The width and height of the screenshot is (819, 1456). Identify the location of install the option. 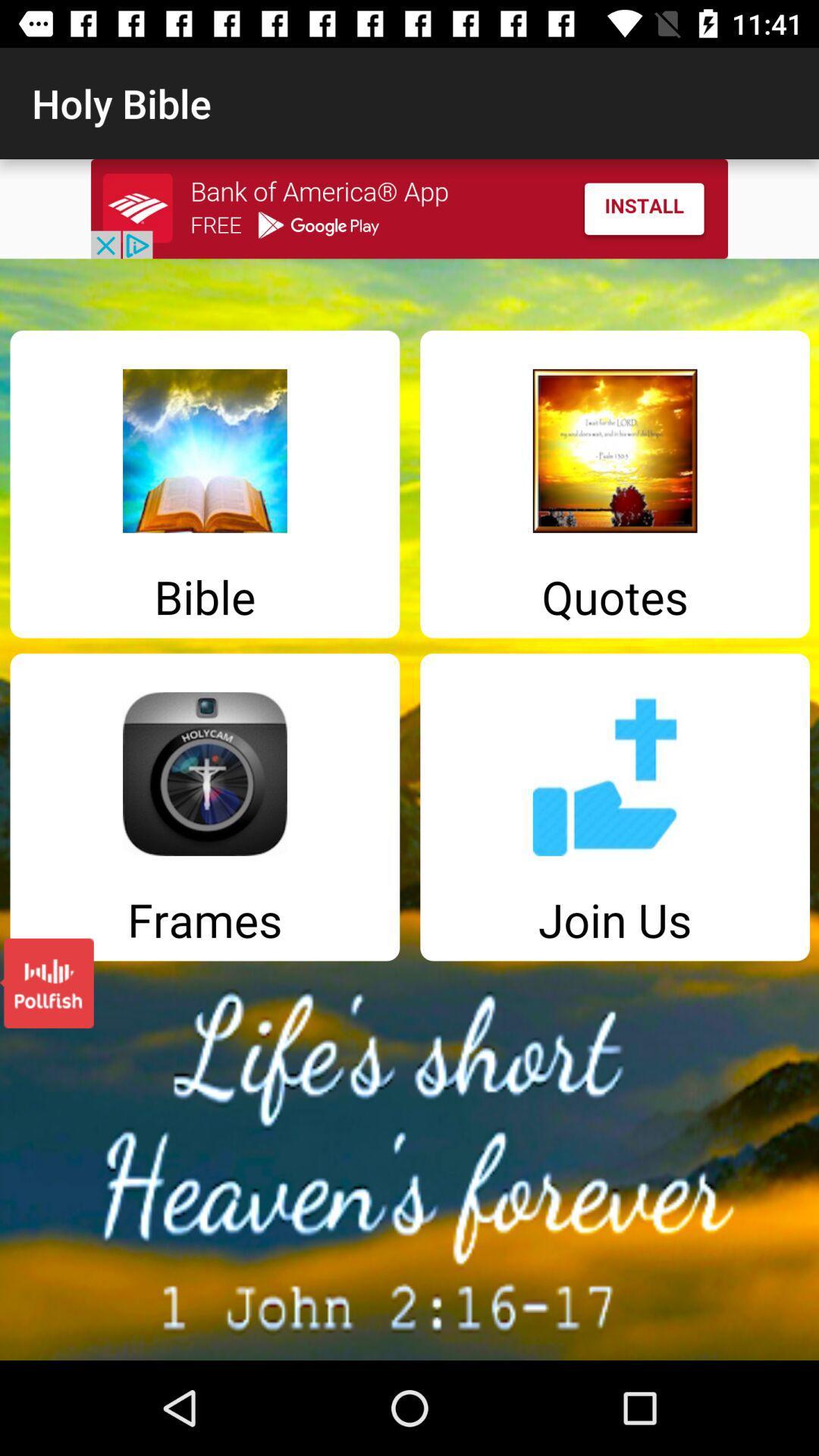
(409, 208).